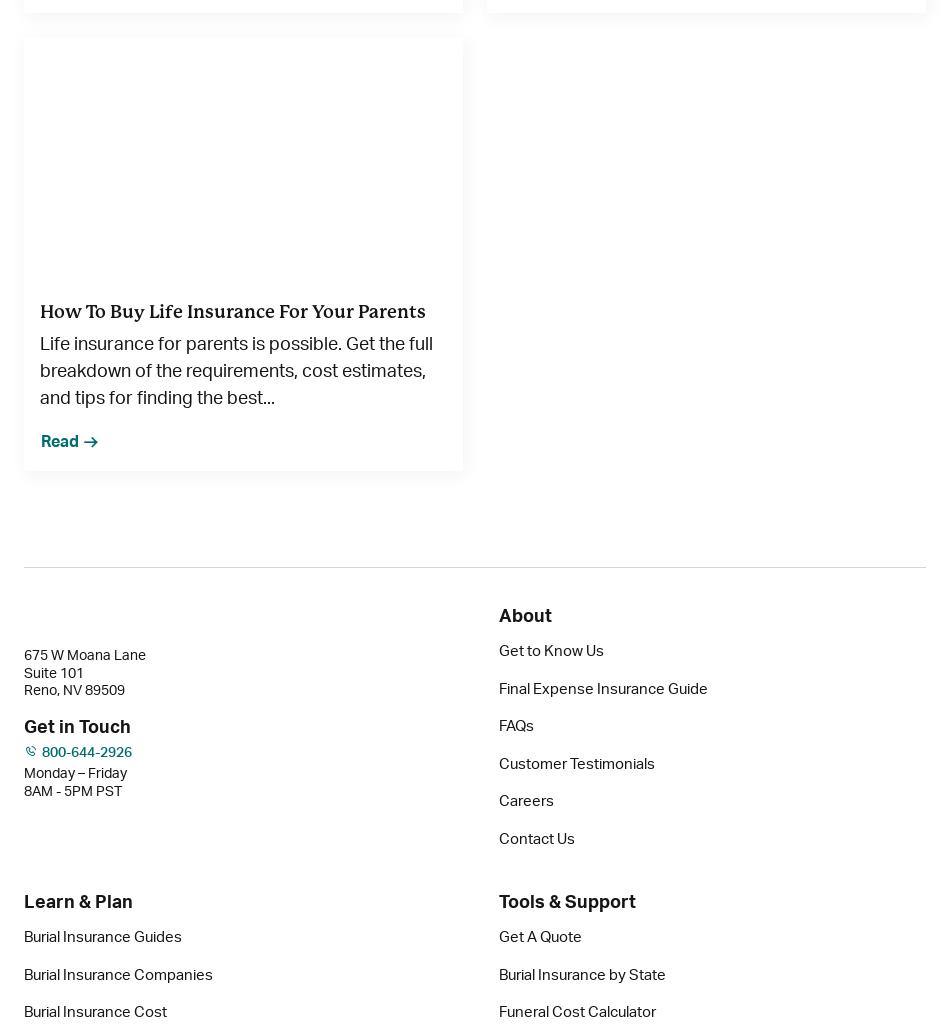 The image size is (950, 1034). What do you see at coordinates (118, 973) in the screenshot?
I see `'Burial Insurance Companies'` at bounding box center [118, 973].